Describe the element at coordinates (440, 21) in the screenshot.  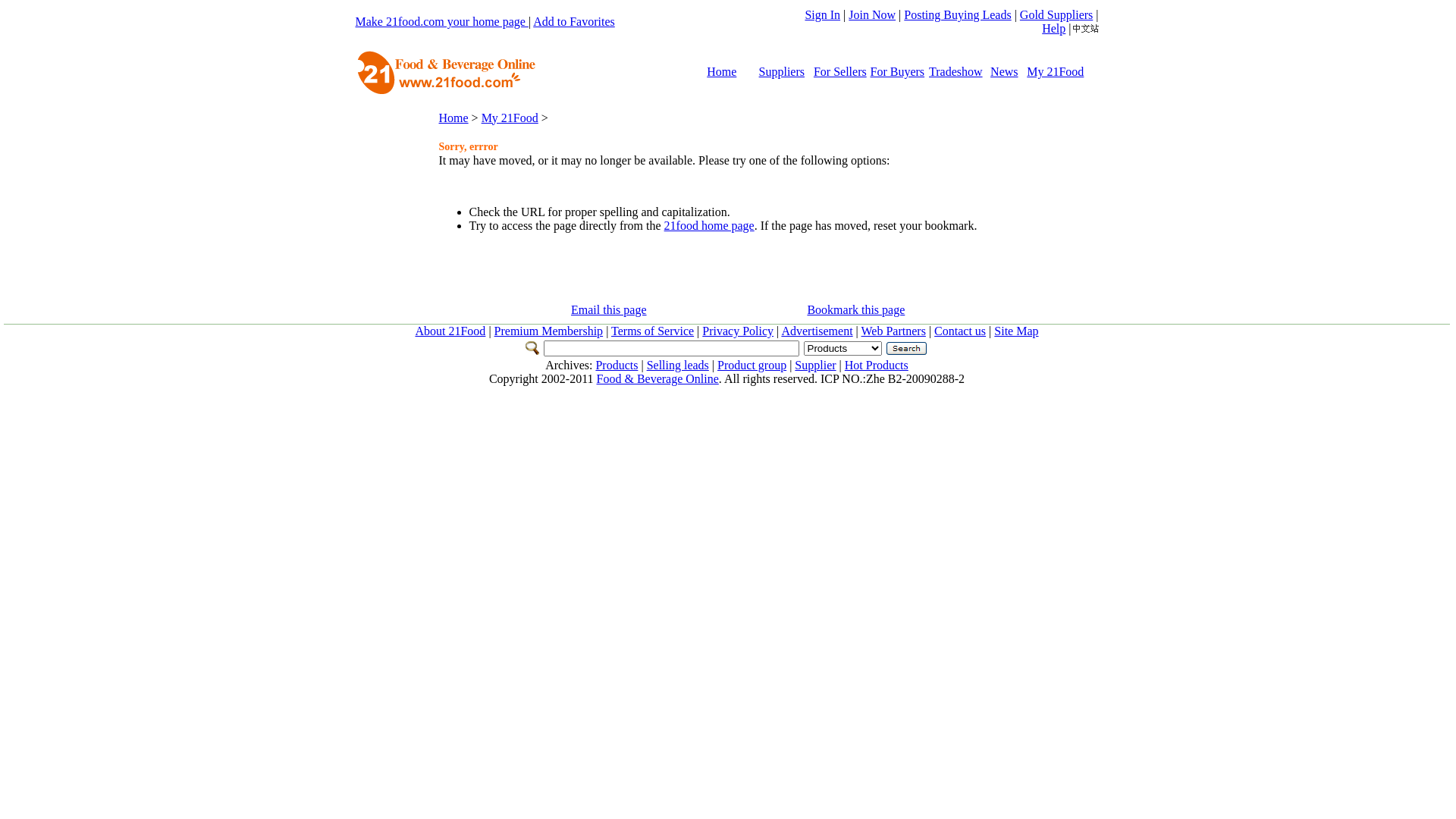
I see `'Make 21food.com your home page'` at that location.